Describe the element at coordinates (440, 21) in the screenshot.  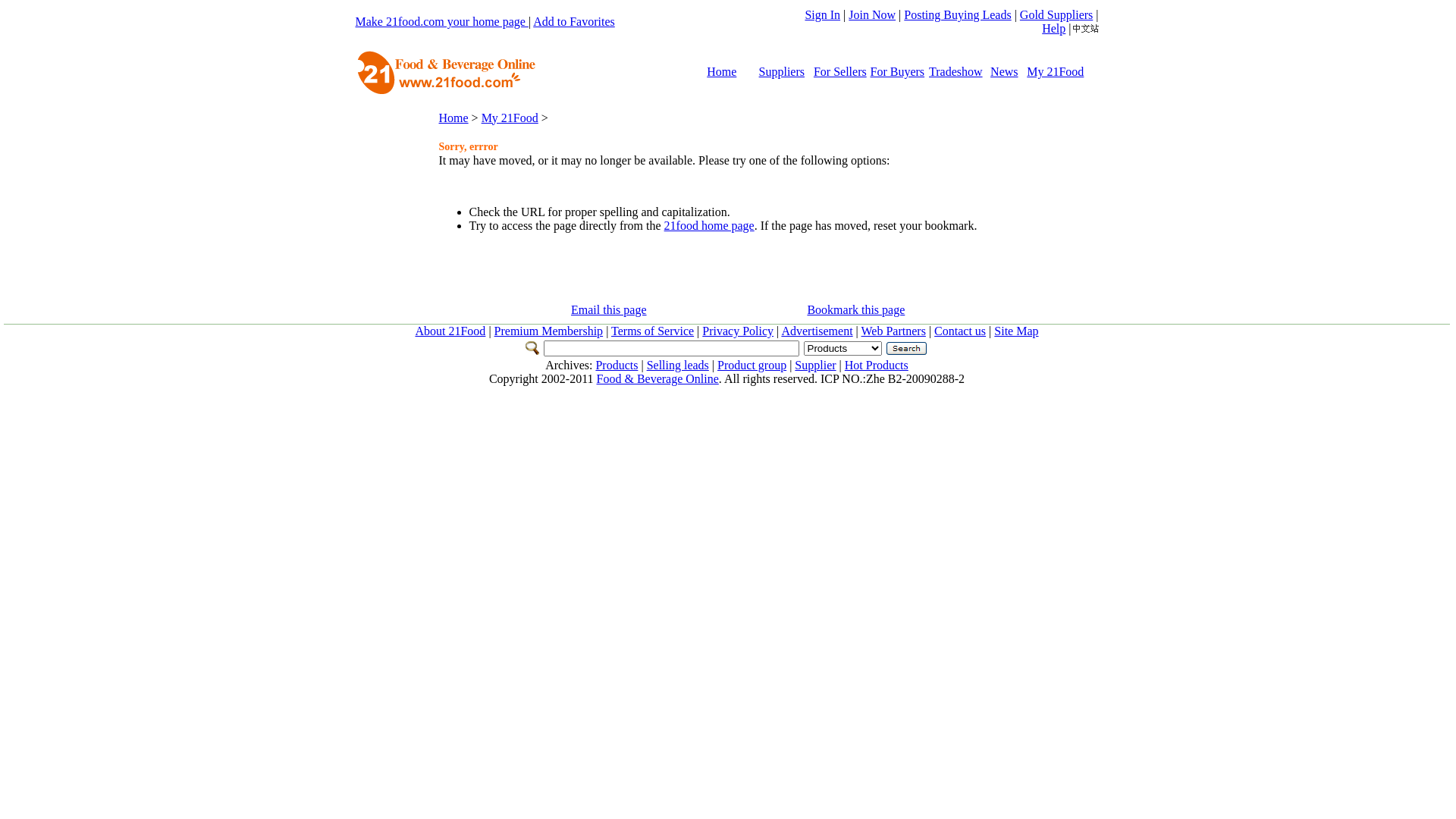
I see `'Make 21food.com your home page'` at that location.